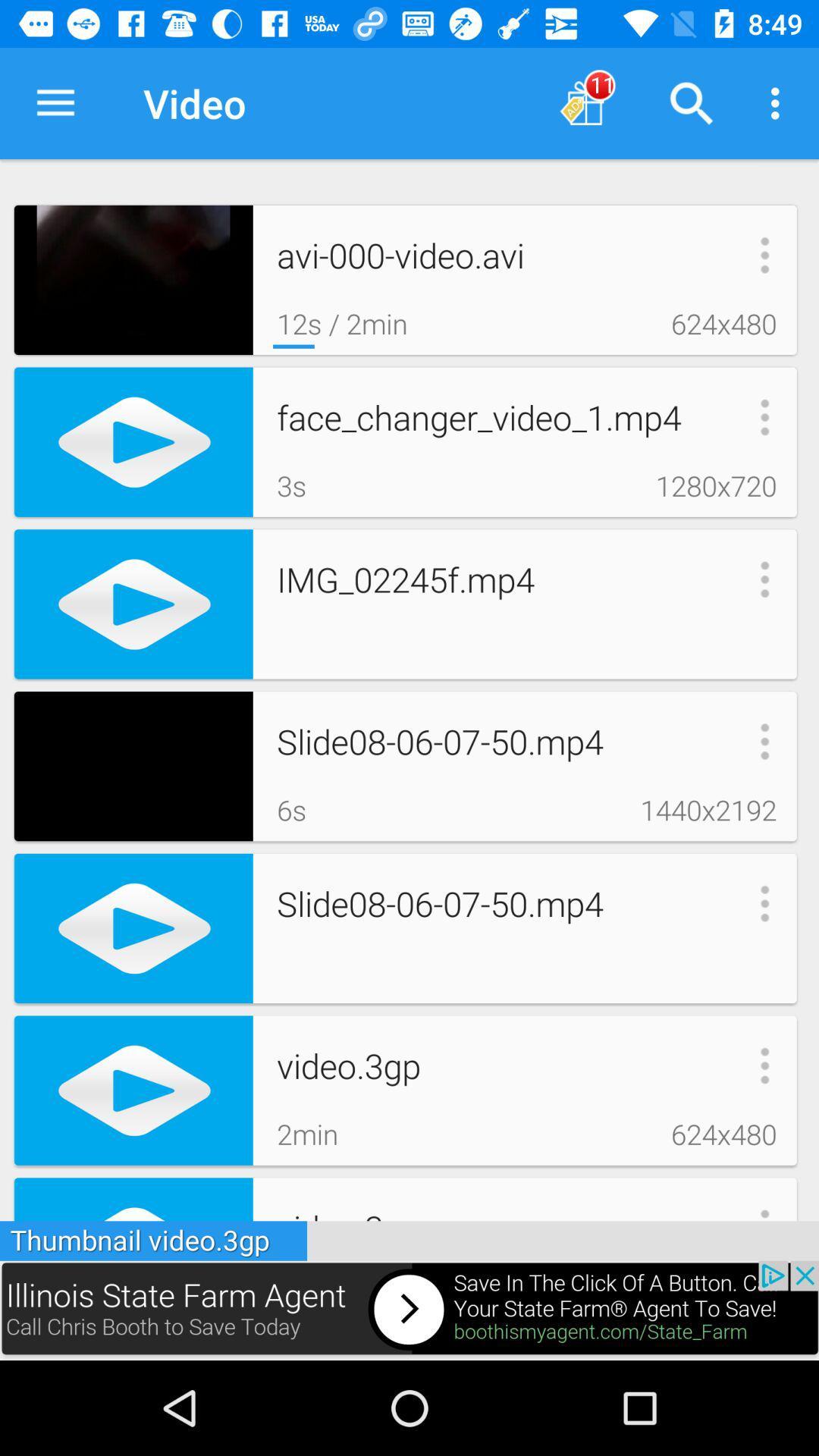 Image resolution: width=819 pixels, height=1456 pixels. I want to click on advertisement bar, so click(409, 1310).